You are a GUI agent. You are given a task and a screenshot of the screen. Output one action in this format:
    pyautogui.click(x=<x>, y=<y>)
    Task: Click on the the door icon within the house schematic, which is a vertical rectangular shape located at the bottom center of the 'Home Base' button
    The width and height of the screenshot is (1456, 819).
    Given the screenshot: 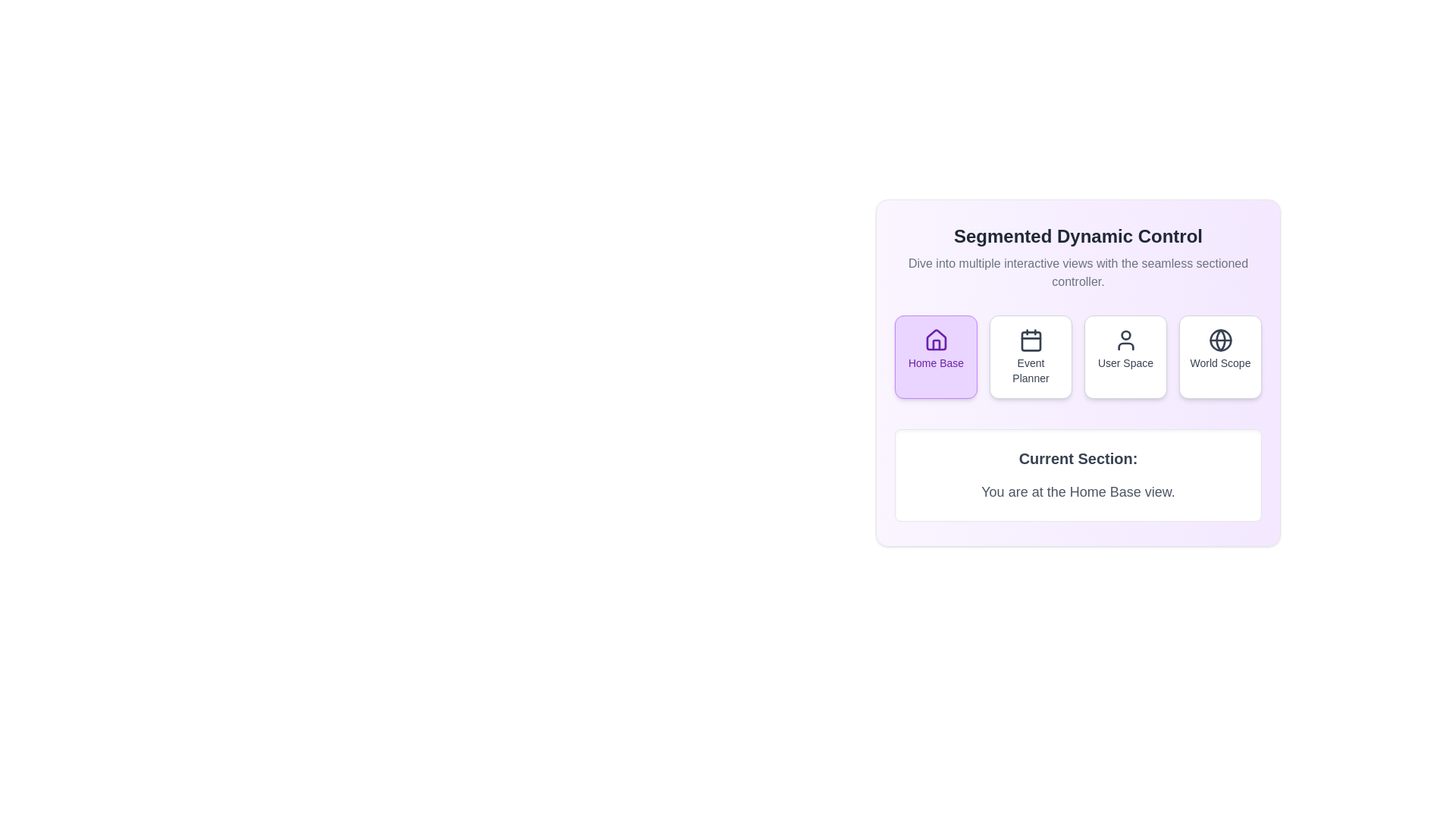 What is the action you would take?
    pyautogui.click(x=935, y=345)
    